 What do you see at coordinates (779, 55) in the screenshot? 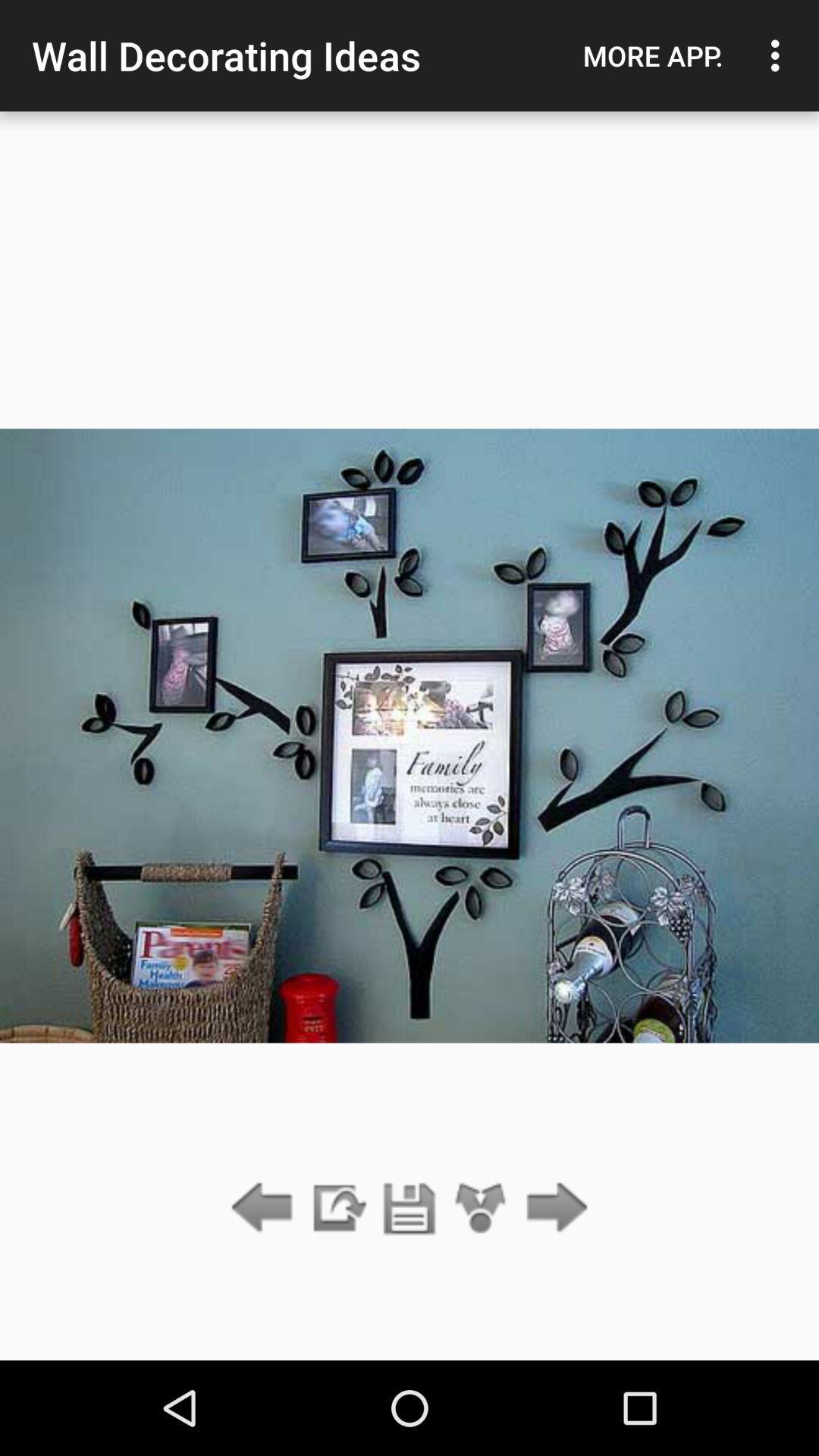
I see `the icon next to more app. icon` at bounding box center [779, 55].